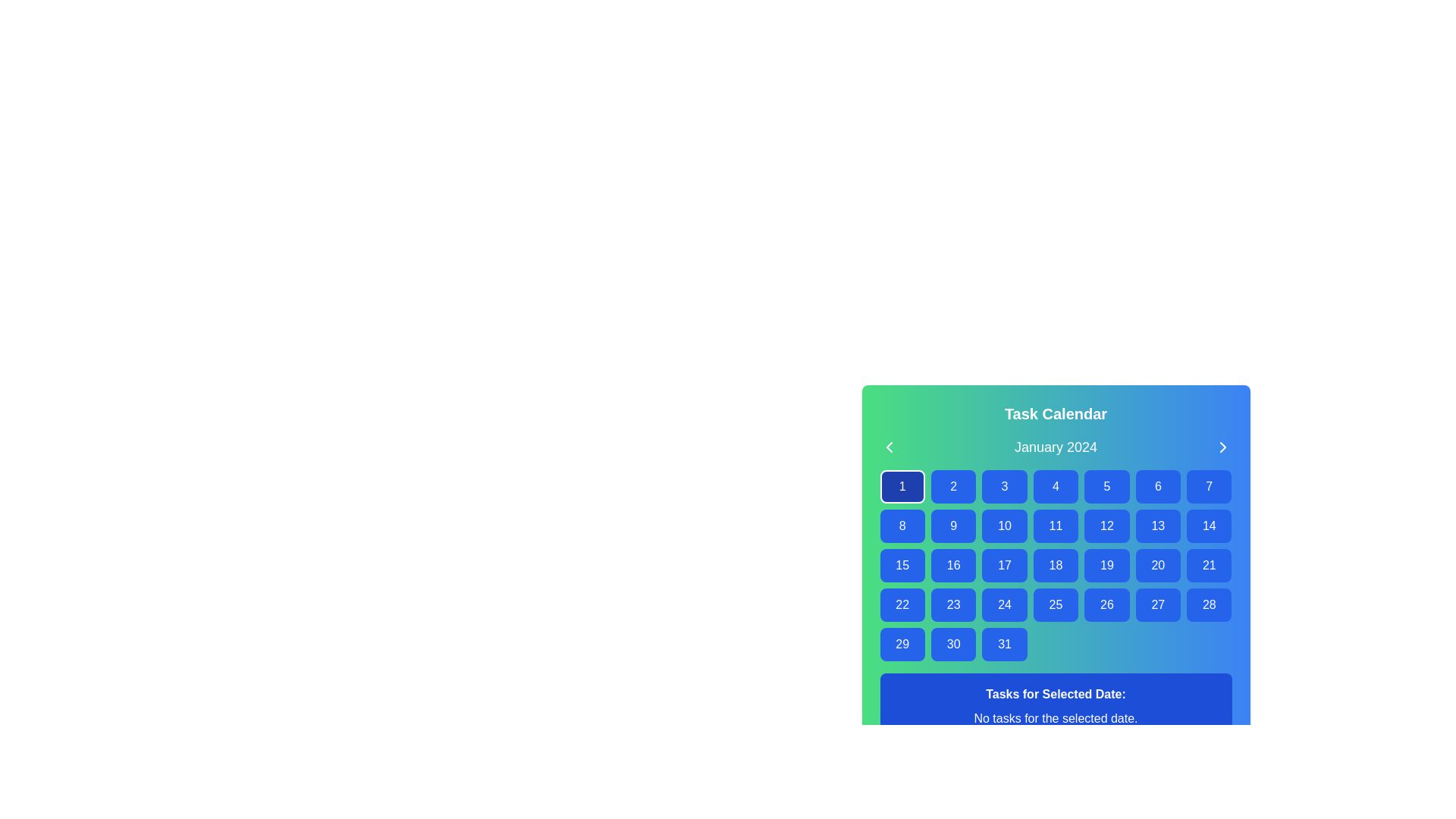 This screenshot has width=1456, height=819. What do you see at coordinates (902, 644) in the screenshot?
I see `the button representing the 29th day in the calendar` at bounding box center [902, 644].